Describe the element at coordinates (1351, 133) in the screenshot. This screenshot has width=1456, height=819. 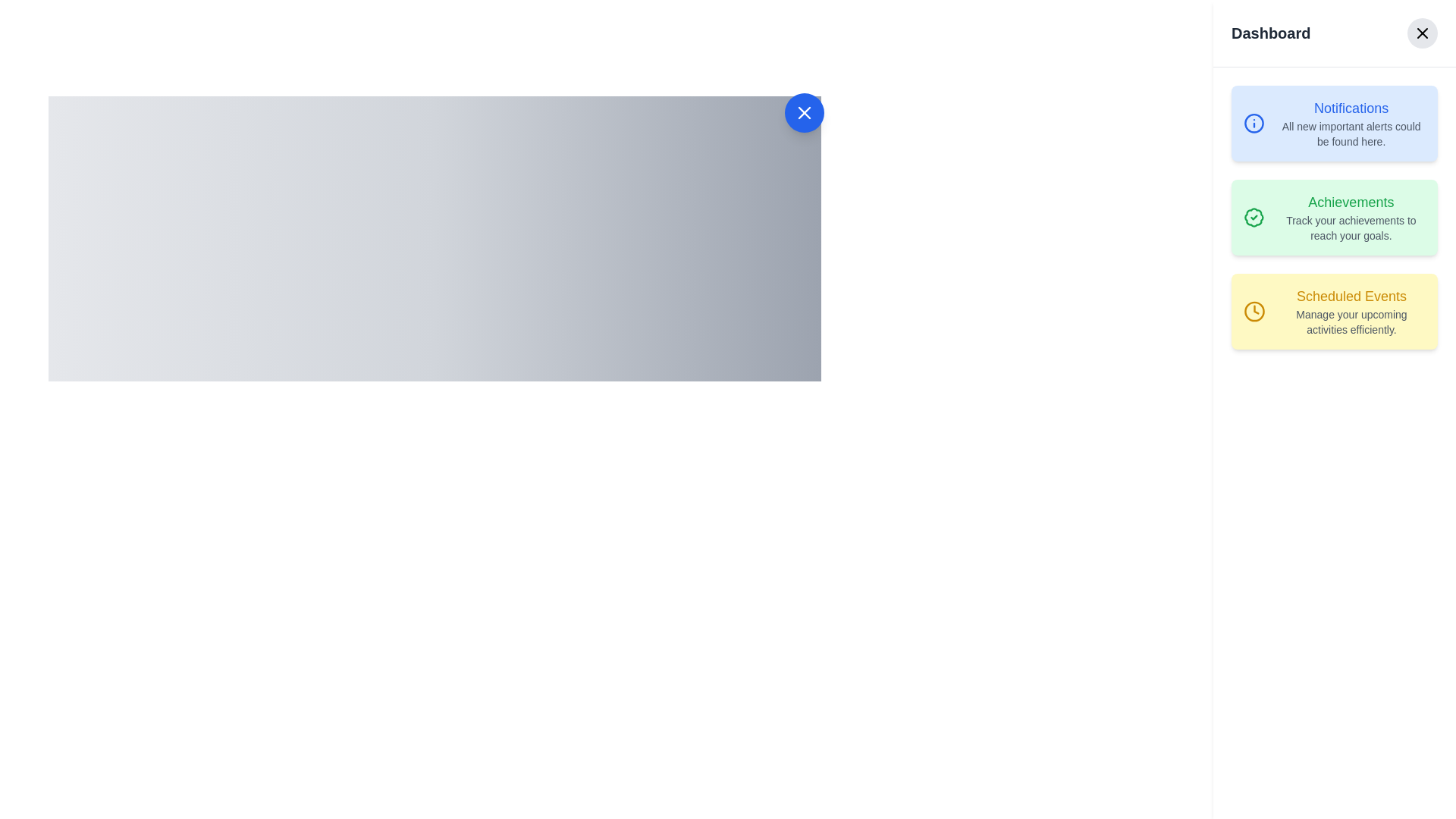
I see `the static text that provides additional details about the notifications section, located beneath the 'Notifications' title text in the notification card of the sidebar` at that location.